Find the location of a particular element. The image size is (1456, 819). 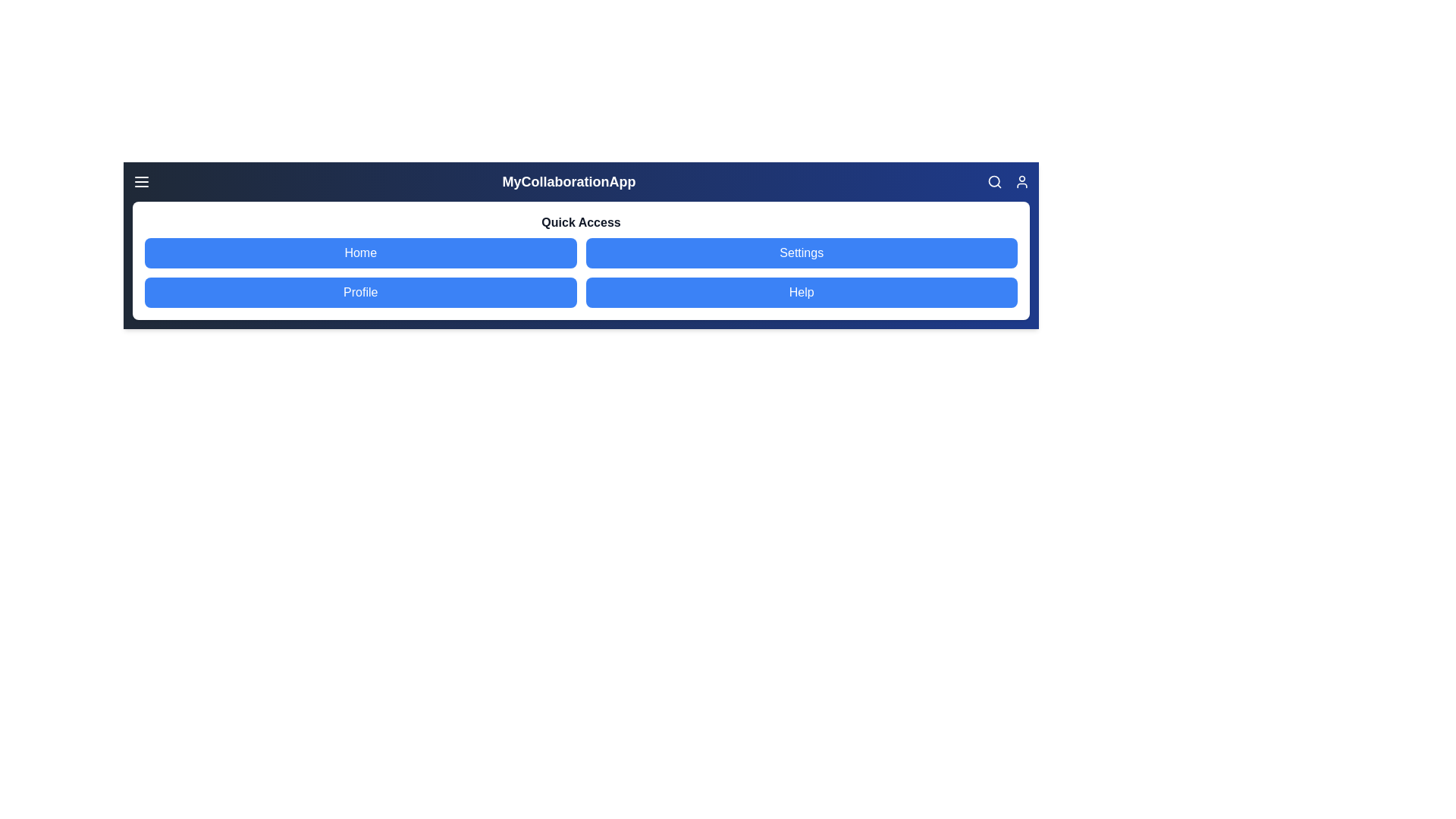

the Settings button in the quick access section is located at coordinates (801, 253).